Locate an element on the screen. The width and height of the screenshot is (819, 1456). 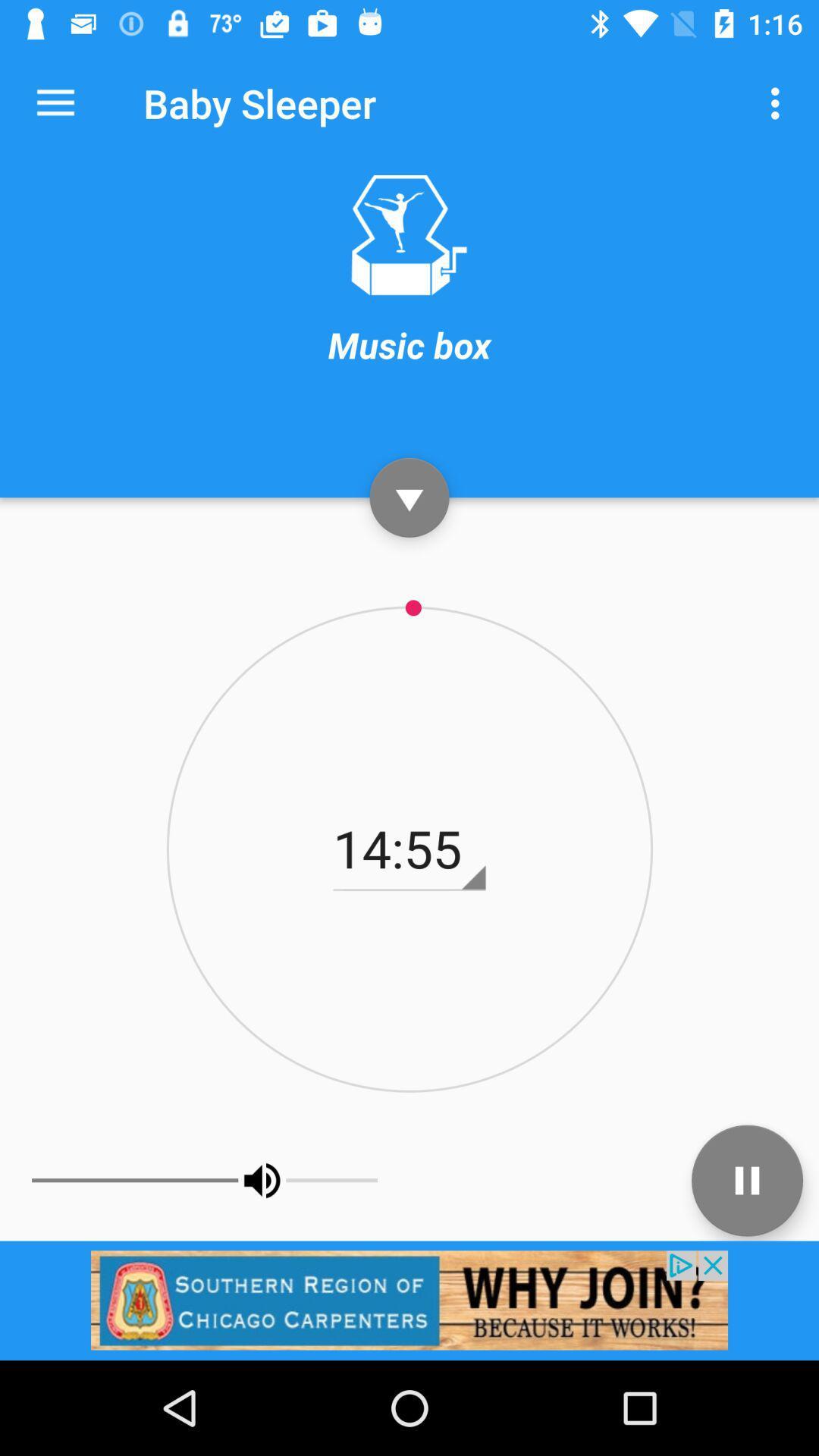
play is located at coordinates (409, 497).